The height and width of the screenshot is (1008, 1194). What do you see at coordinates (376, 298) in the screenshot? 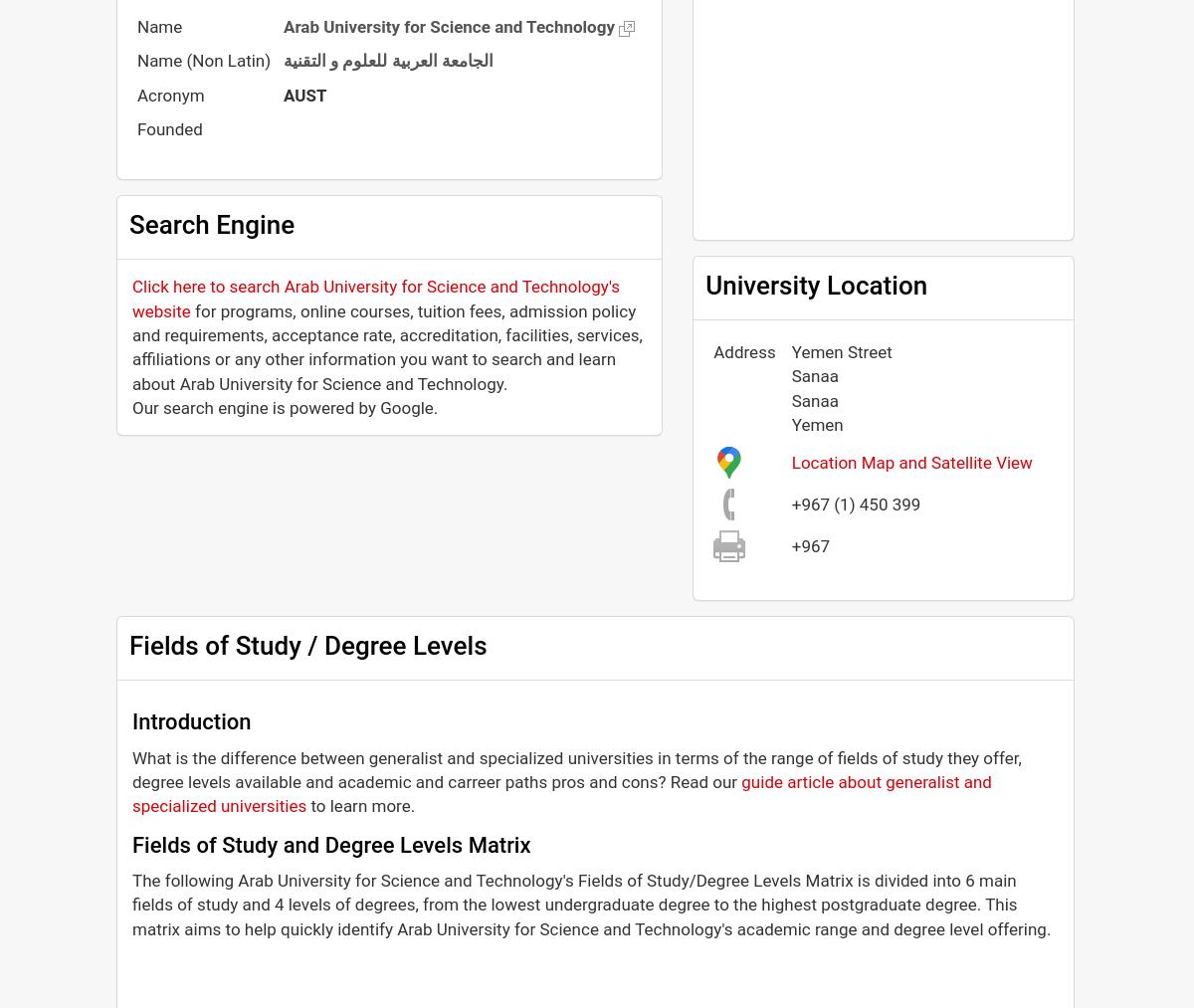
I see `'Click here to search Arab University for Science and Technology's website'` at bounding box center [376, 298].